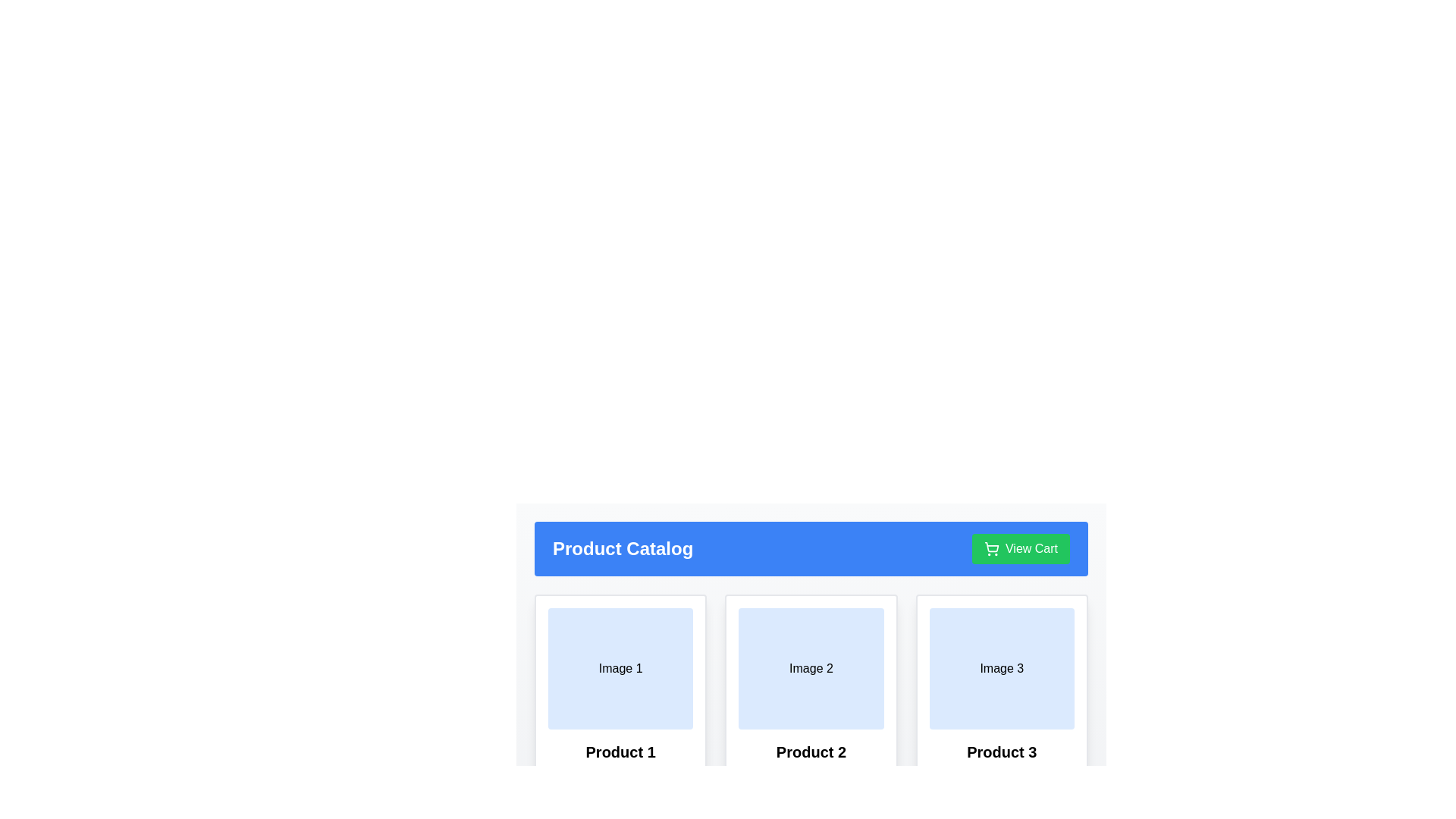 This screenshot has height=819, width=1456. I want to click on the text label displaying 'Image 1' which is centered in the first product card with a light blue background, so click(620, 668).